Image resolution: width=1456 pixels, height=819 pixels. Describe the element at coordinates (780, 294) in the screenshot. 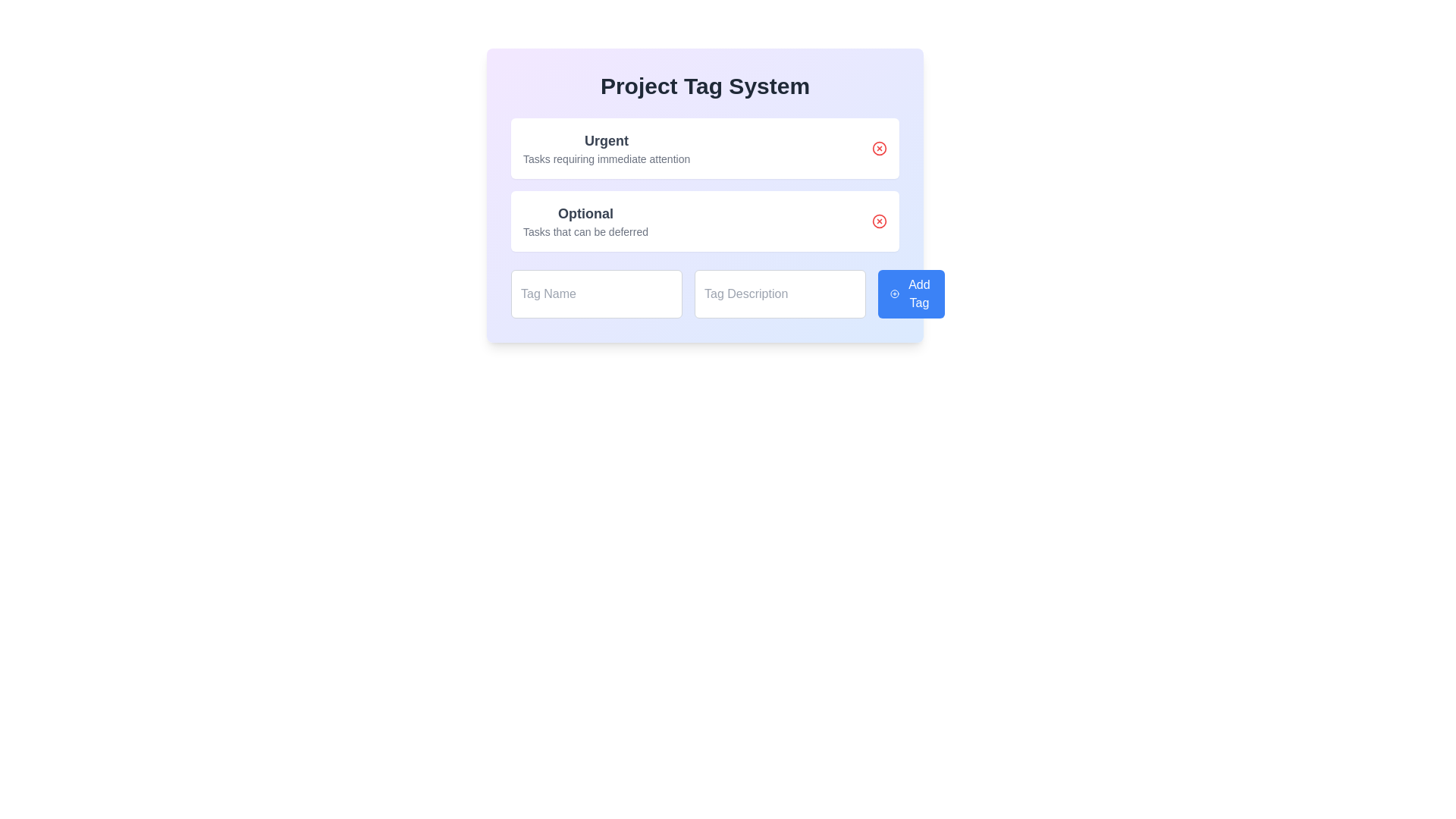

I see `the 'Tag Description' text input field to focus on it` at that location.